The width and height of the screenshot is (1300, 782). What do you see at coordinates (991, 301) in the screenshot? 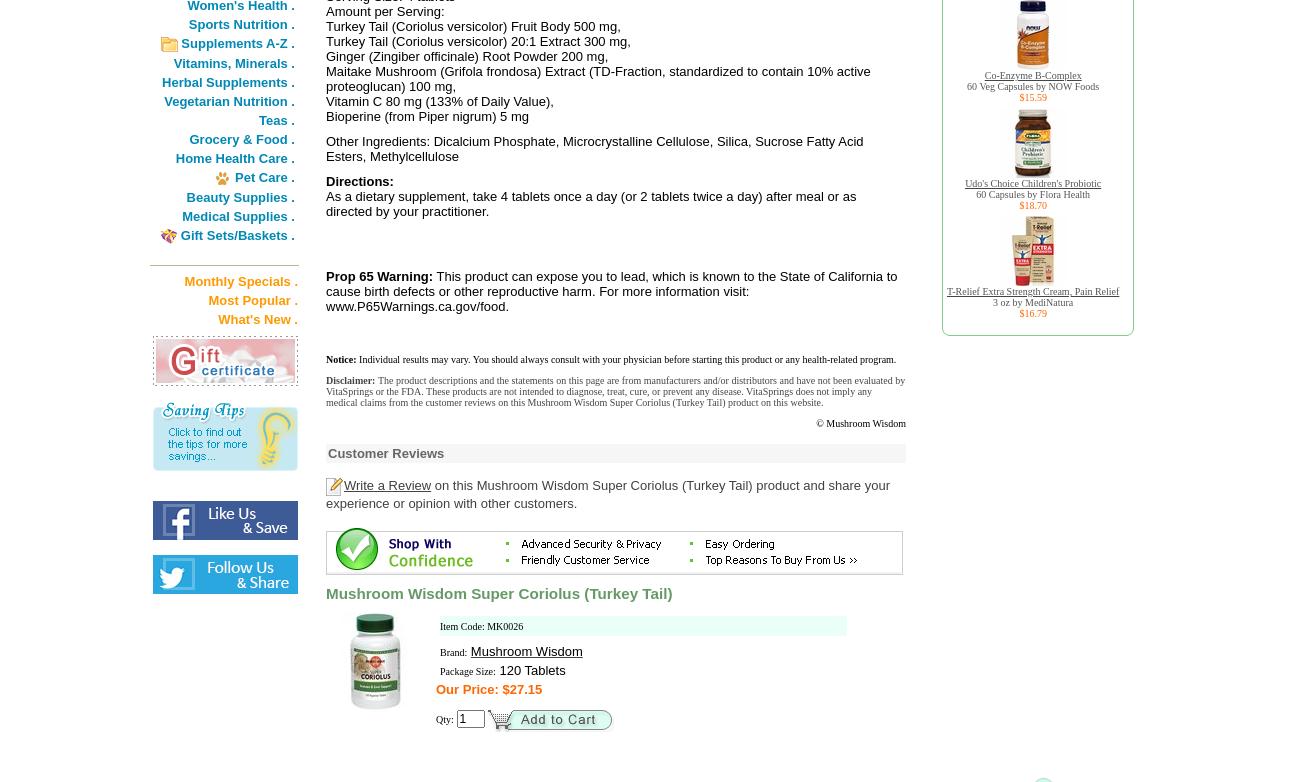
I see `'3 oz by MediNatura'` at bounding box center [991, 301].